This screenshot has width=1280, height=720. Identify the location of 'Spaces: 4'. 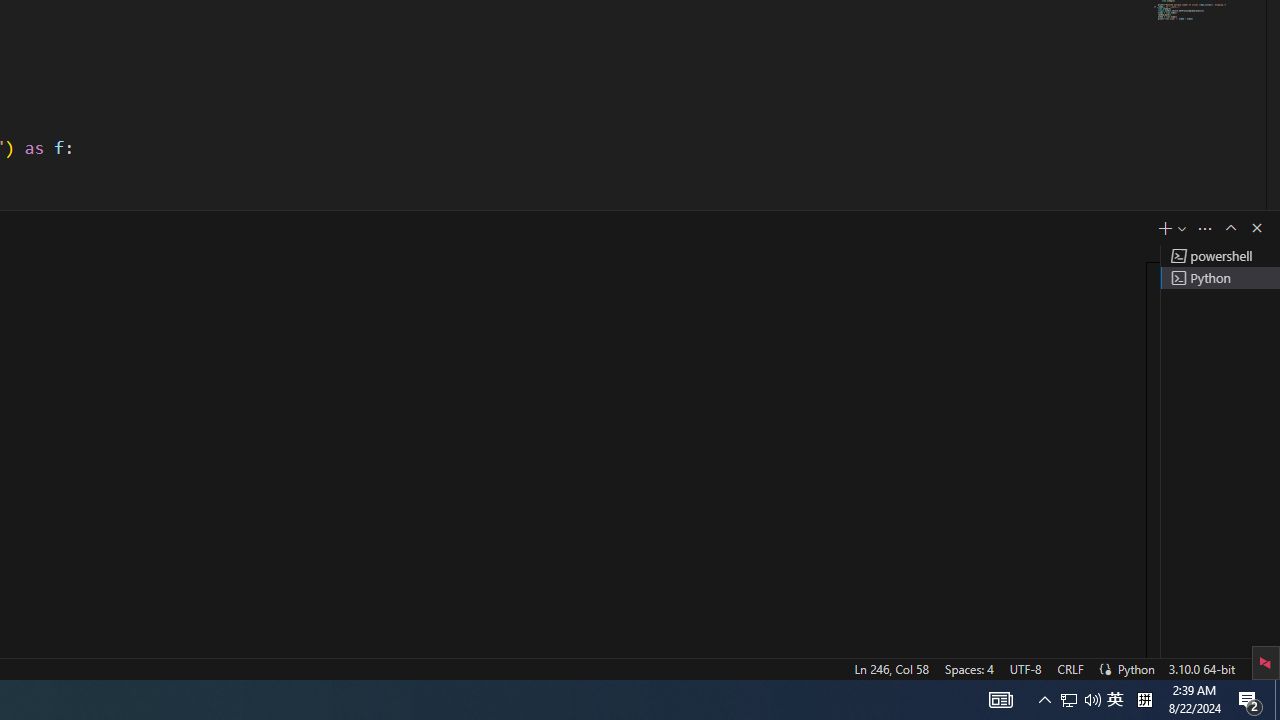
(968, 668).